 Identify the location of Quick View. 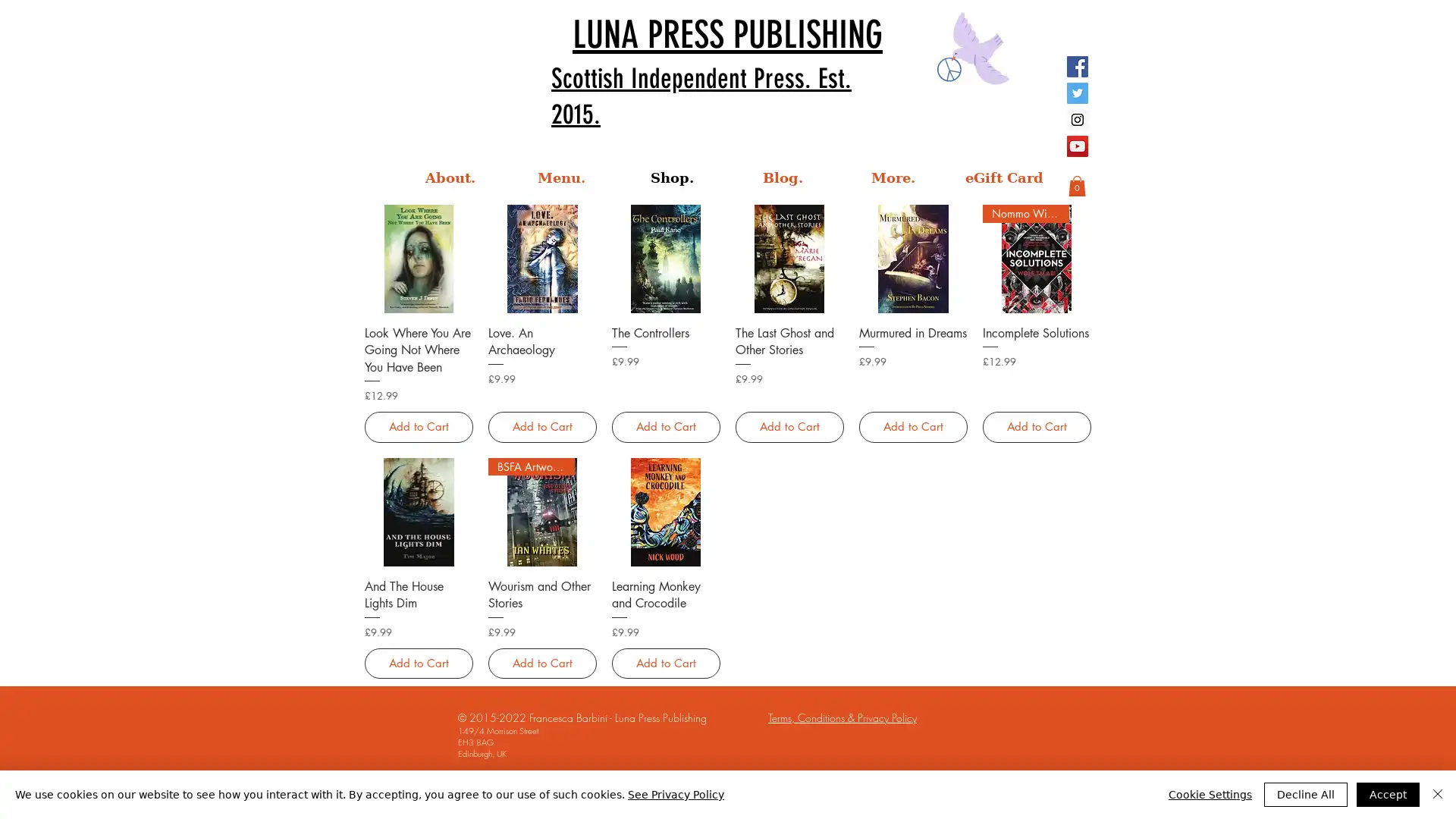
(789, 330).